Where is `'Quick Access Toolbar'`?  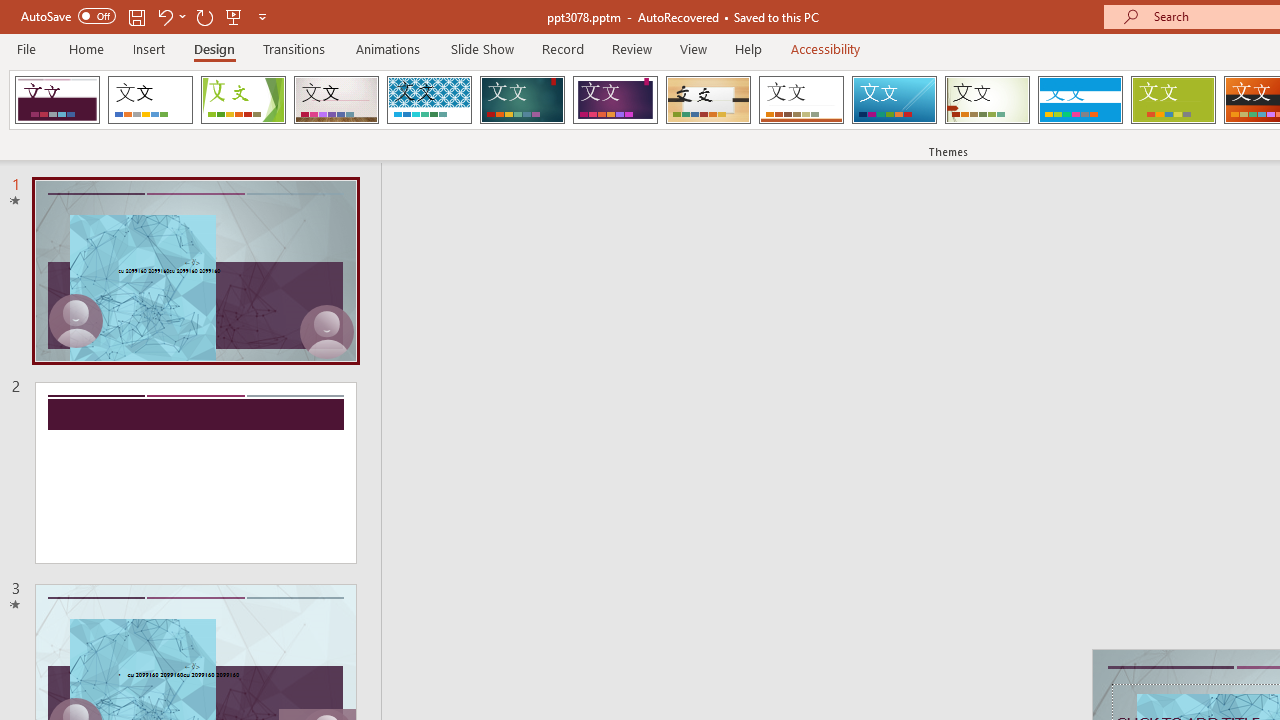
'Quick Access Toolbar' is located at coordinates (144, 16).